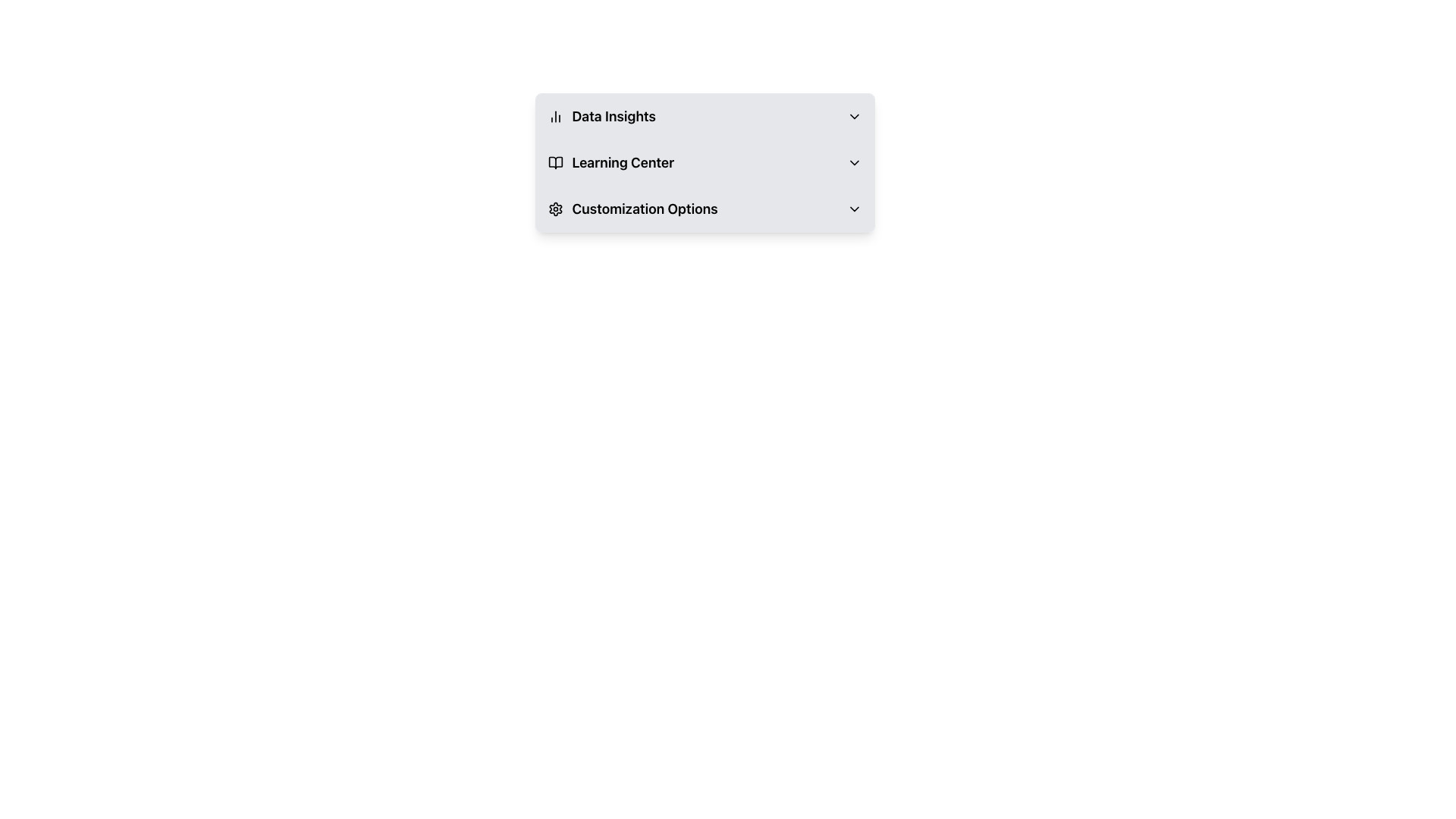 The width and height of the screenshot is (1456, 819). What do you see at coordinates (854, 163) in the screenshot?
I see `the Chevron Icon located on the right side of the 'Learning Center' section` at bounding box center [854, 163].